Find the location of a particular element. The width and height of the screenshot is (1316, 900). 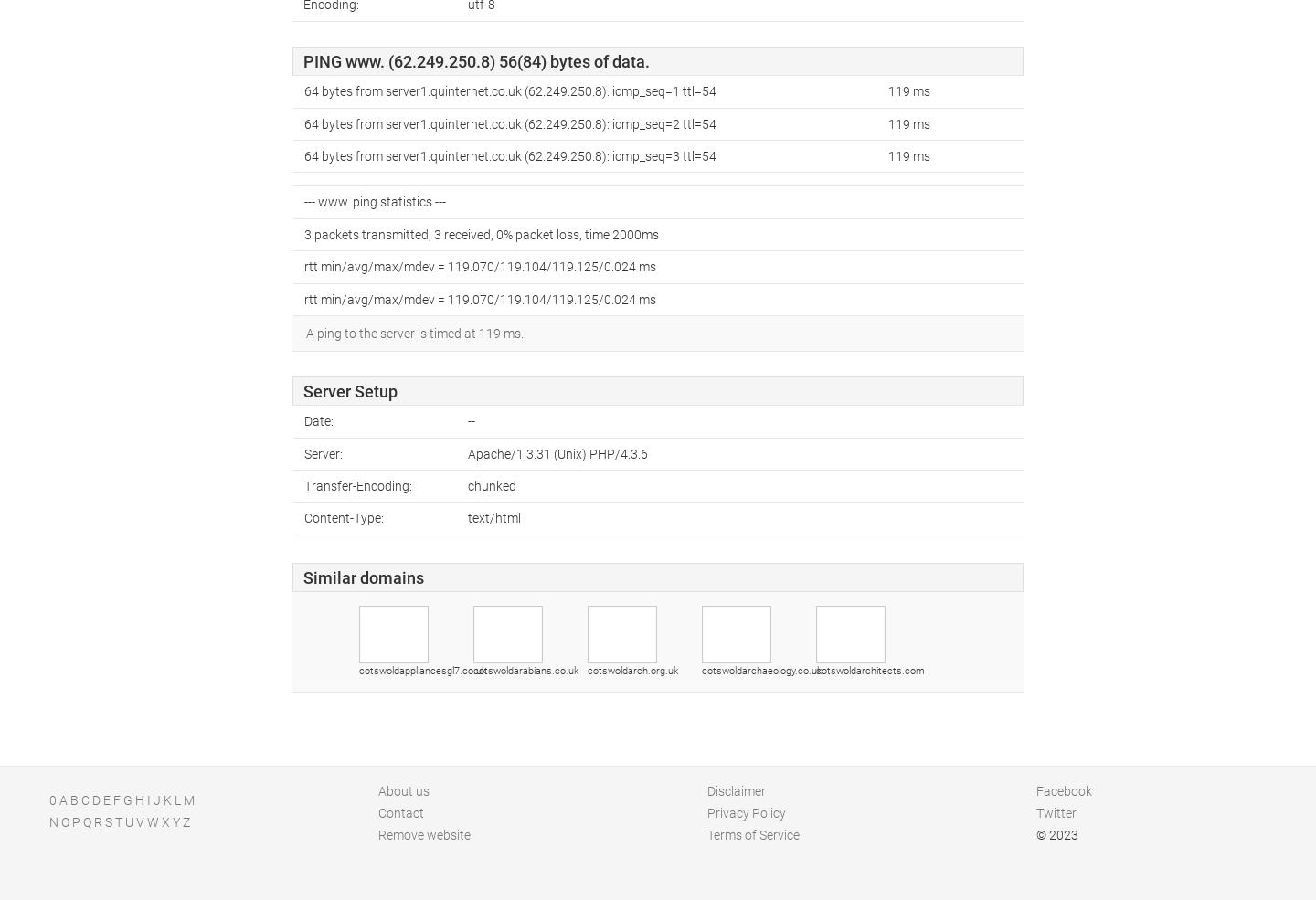

'text/html' is located at coordinates (493, 517).